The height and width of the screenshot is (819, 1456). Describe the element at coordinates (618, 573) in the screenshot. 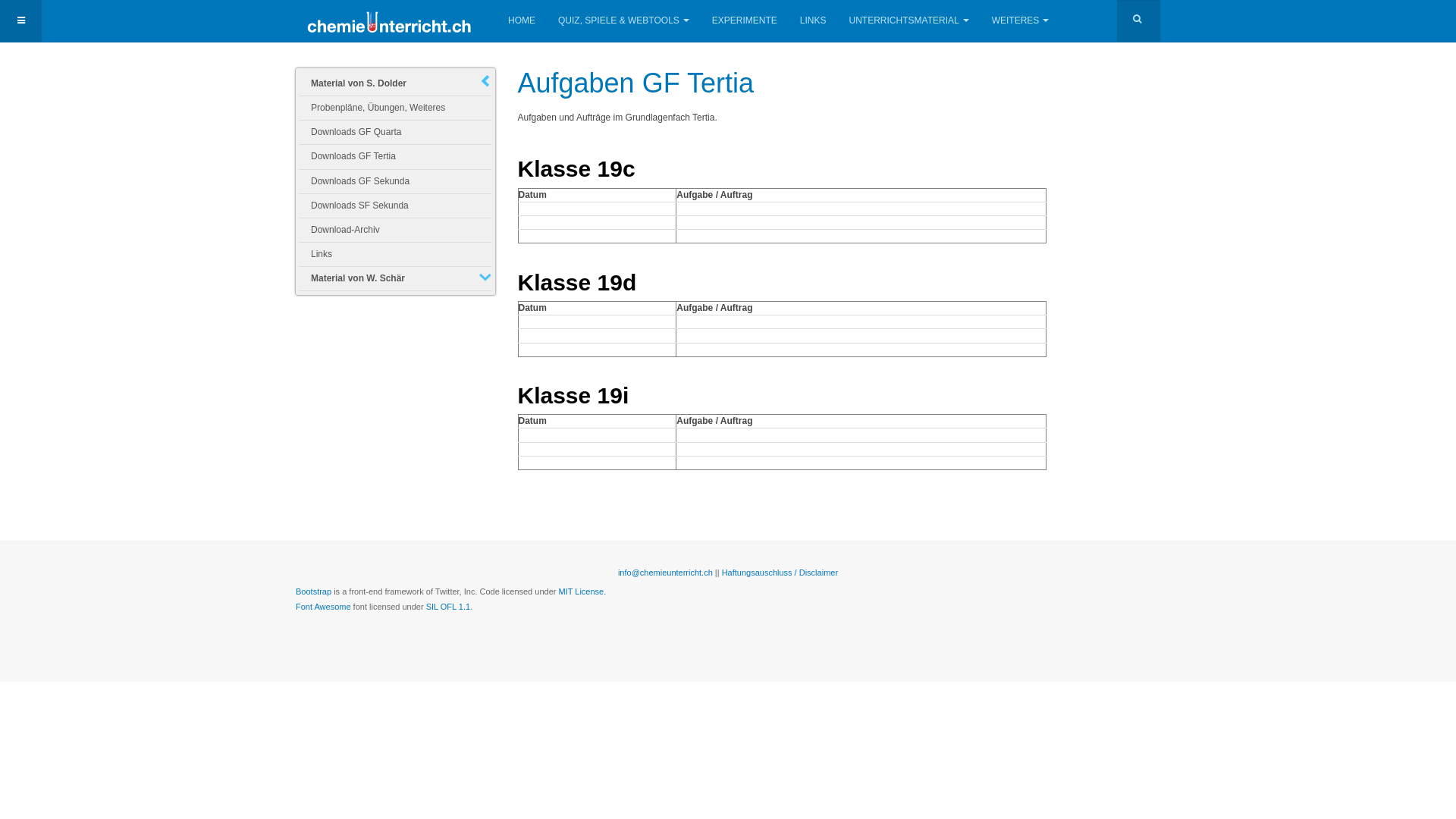

I see `'info@chemieunterricht.ch'` at that location.